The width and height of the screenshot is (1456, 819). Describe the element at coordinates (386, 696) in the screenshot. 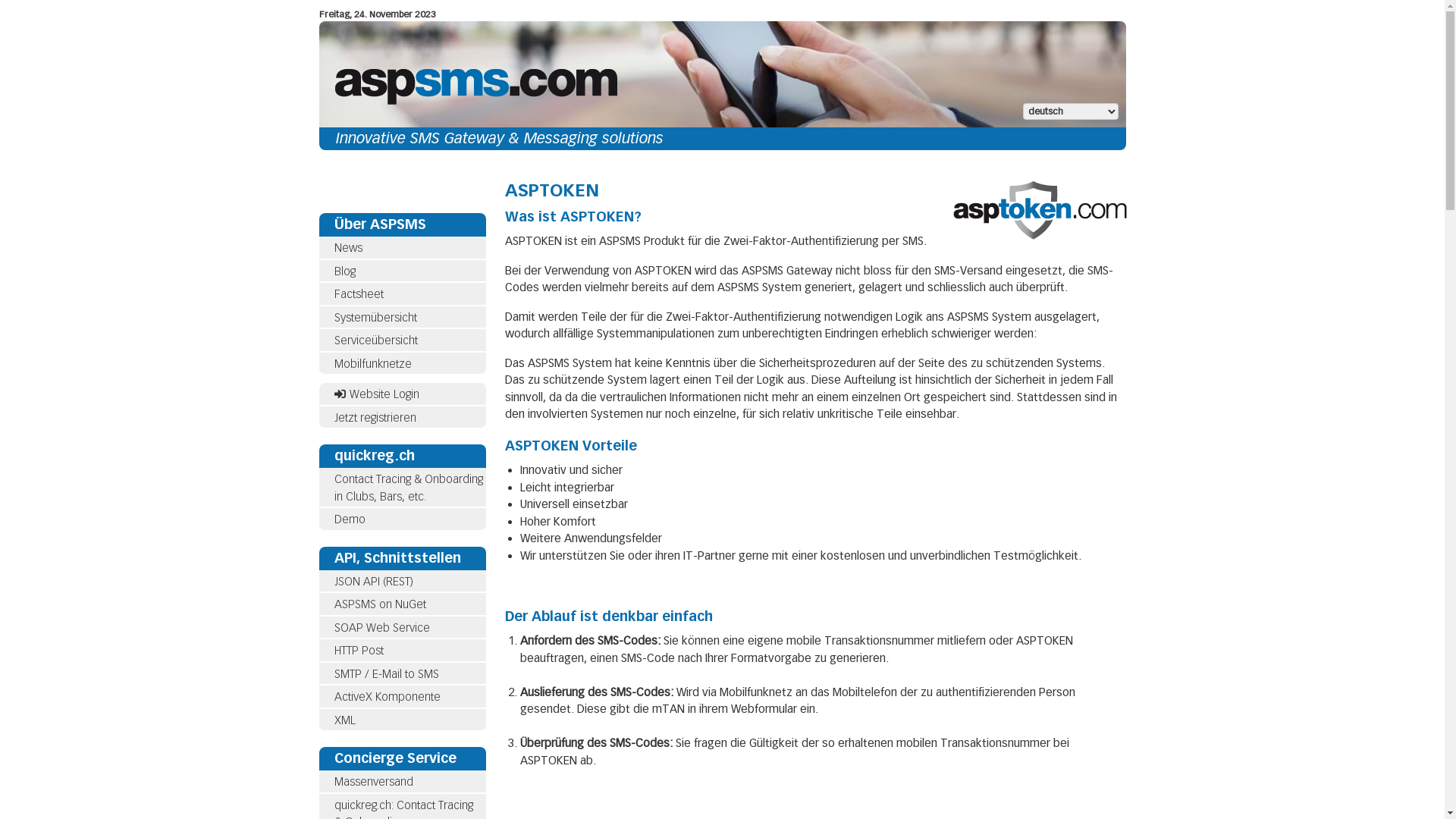

I see `'ActiveX Komponente'` at that location.